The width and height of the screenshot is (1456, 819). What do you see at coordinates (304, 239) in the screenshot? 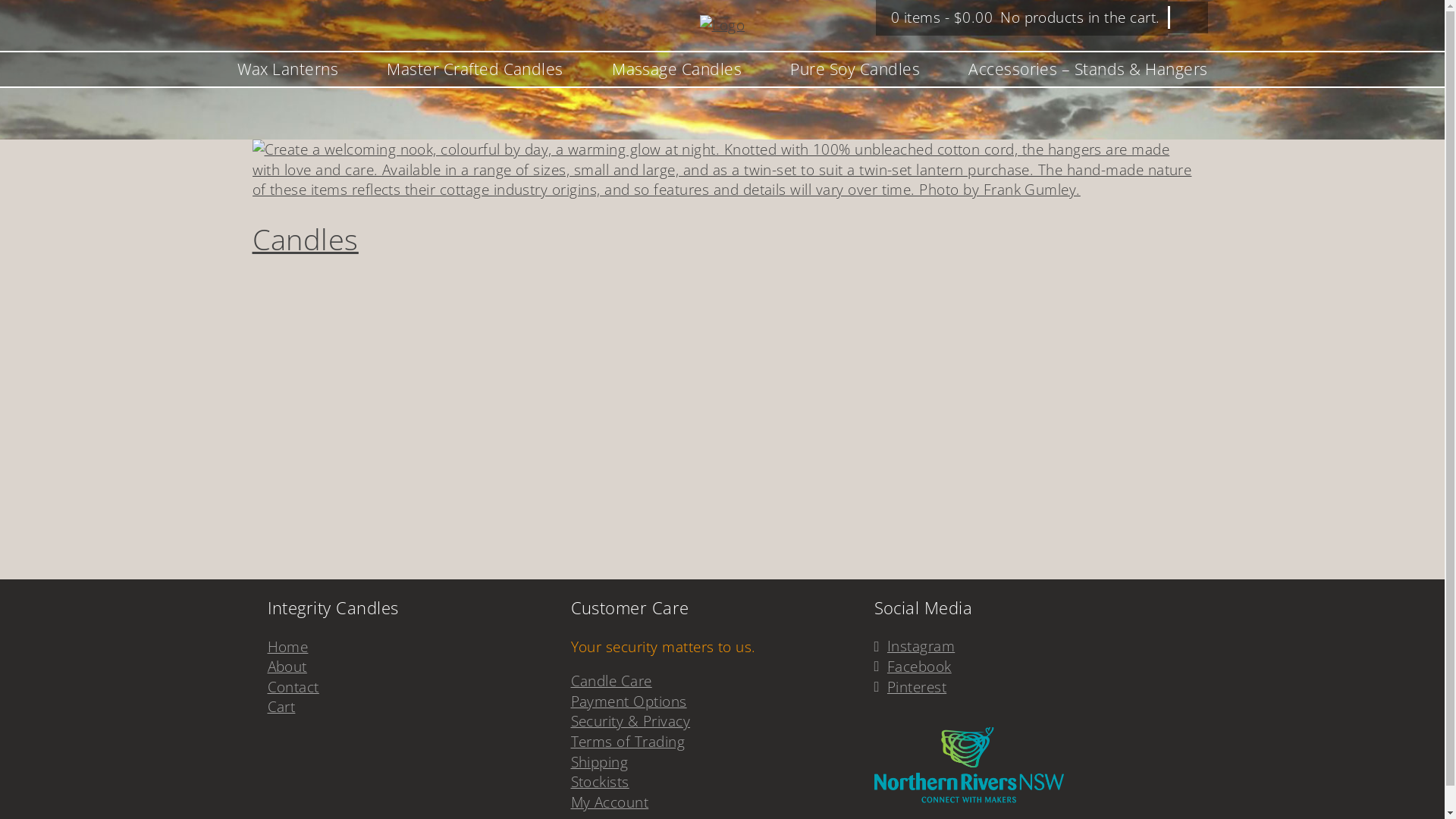
I see `'Candles'` at bounding box center [304, 239].